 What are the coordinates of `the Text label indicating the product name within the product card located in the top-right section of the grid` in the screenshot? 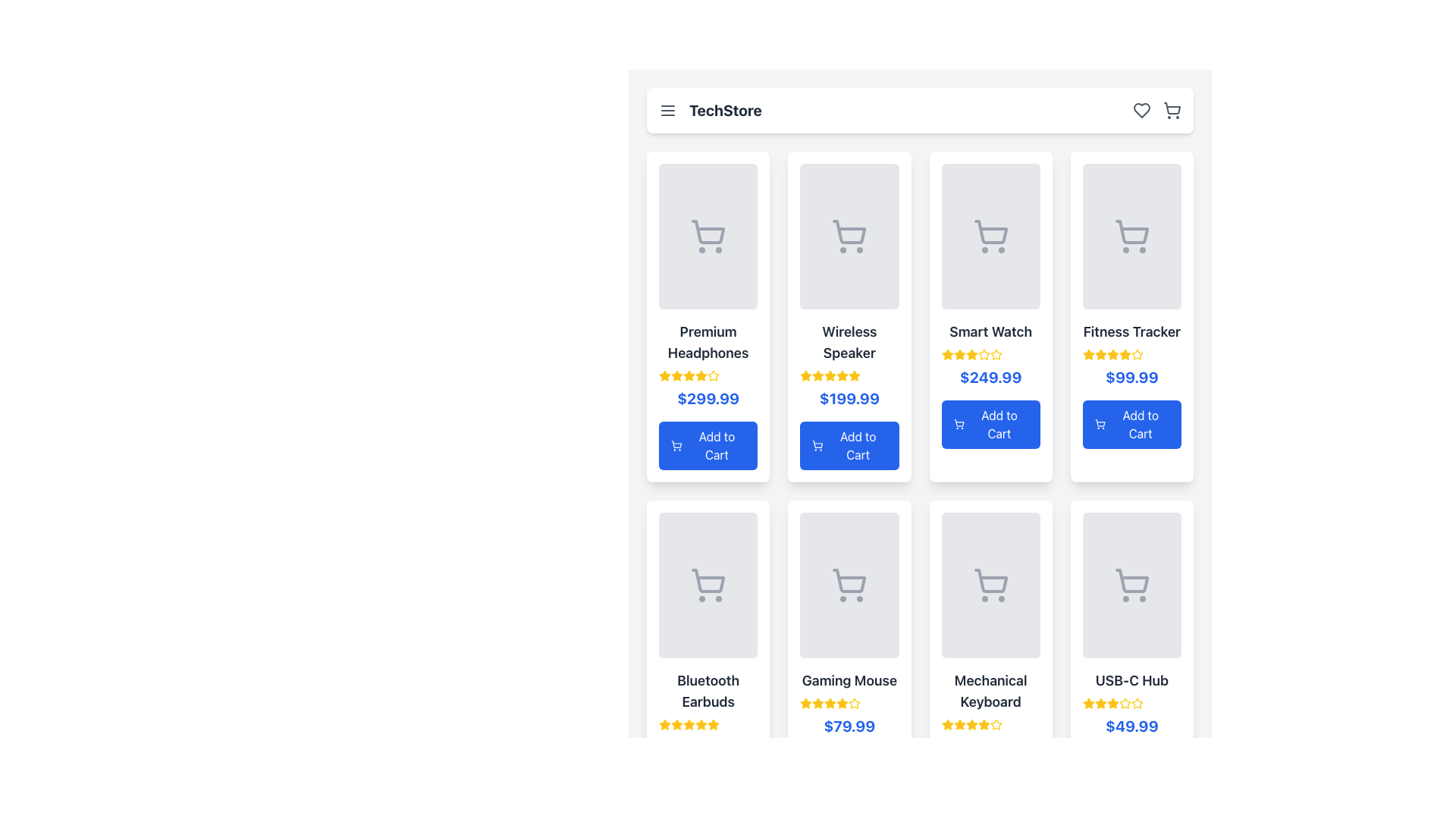 It's located at (1131, 331).